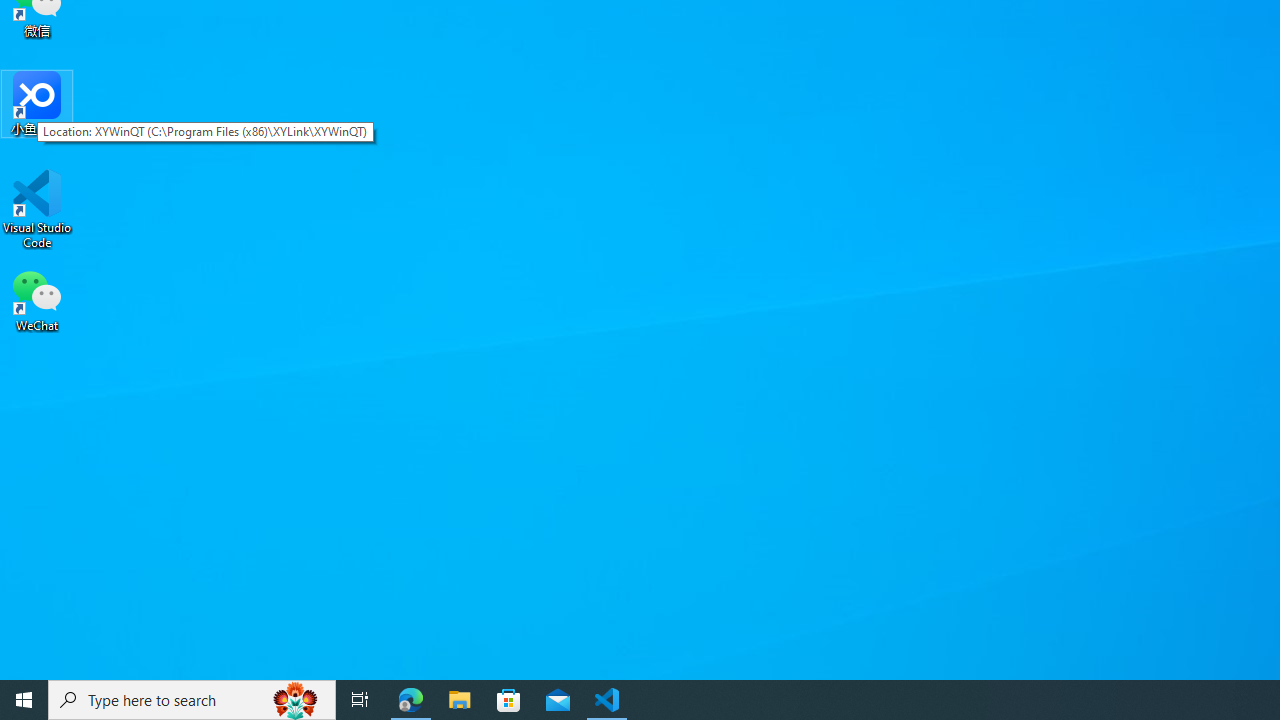  What do you see at coordinates (24, 698) in the screenshot?
I see `'Start'` at bounding box center [24, 698].